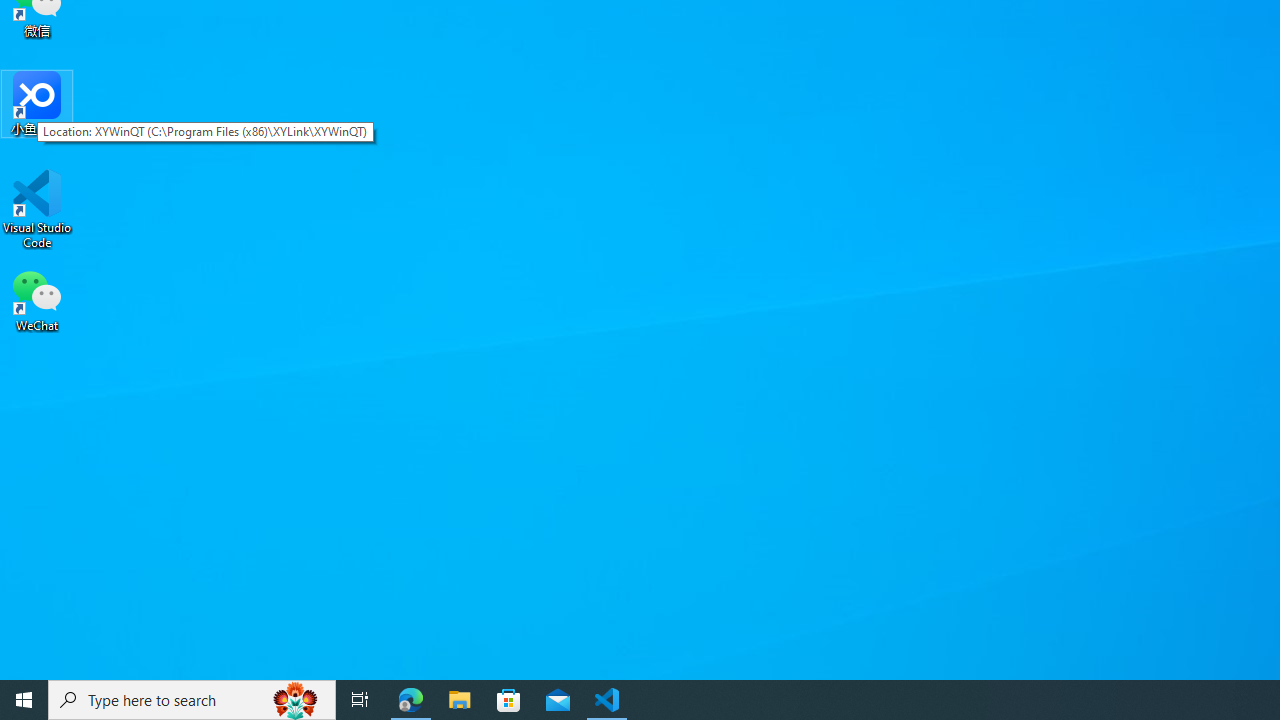  What do you see at coordinates (24, 698) in the screenshot?
I see `'Start'` at bounding box center [24, 698].